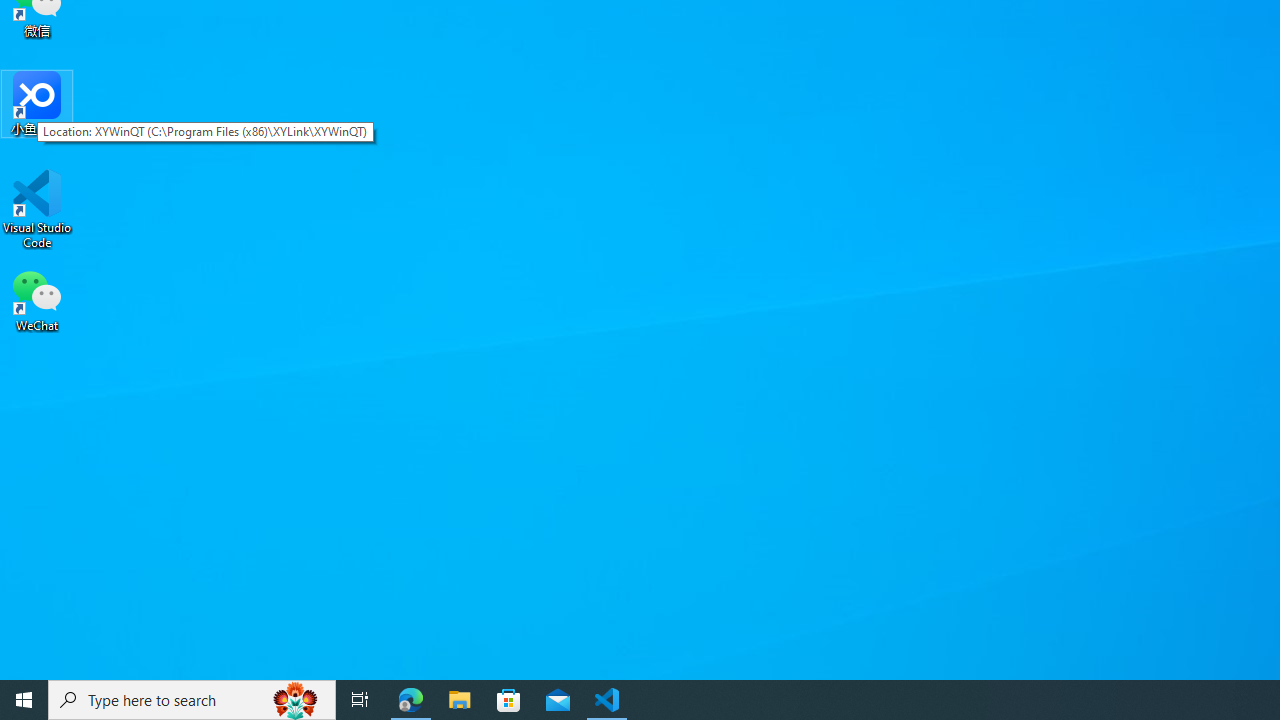  What do you see at coordinates (24, 698) in the screenshot?
I see `'Start'` at bounding box center [24, 698].